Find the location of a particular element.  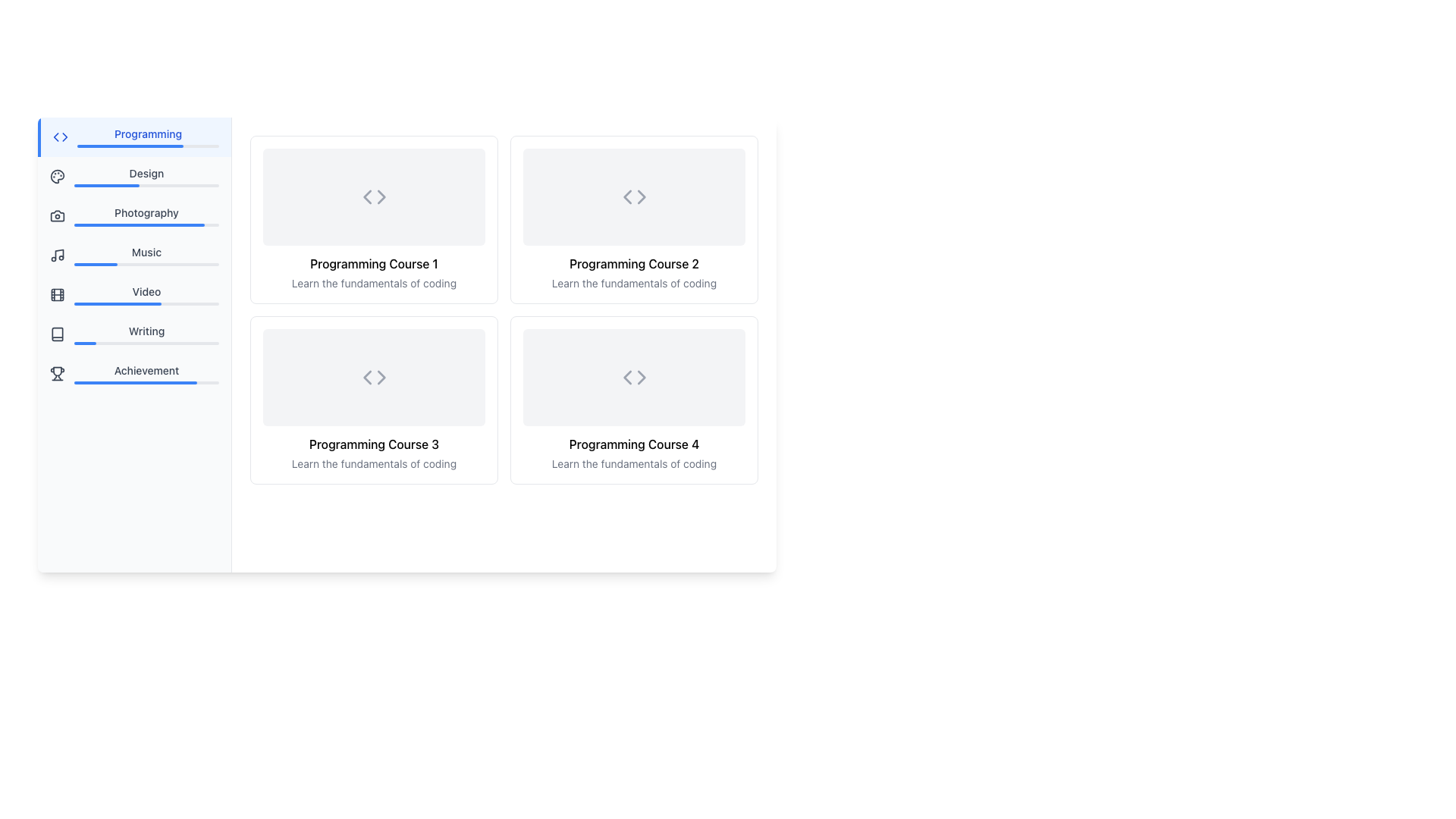

the progress bar is located at coordinates (203, 304).